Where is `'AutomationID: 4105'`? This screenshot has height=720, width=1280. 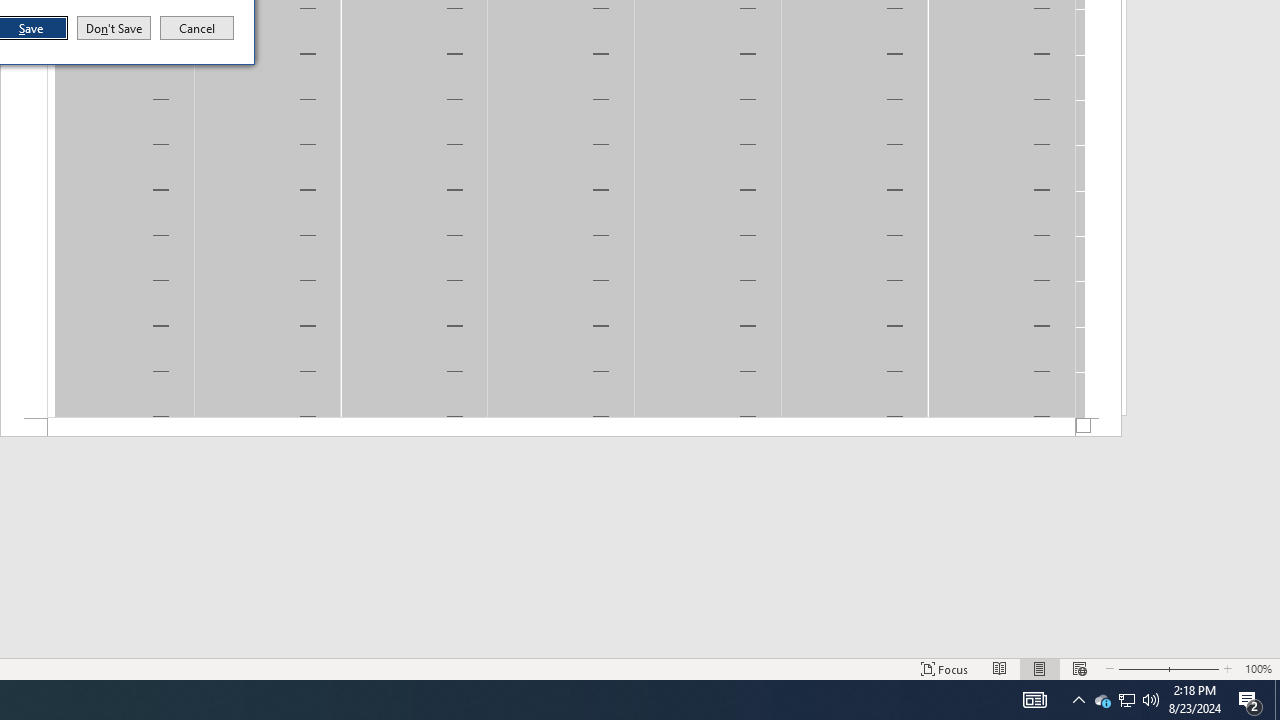
'AutomationID: 4105' is located at coordinates (1040, 669).